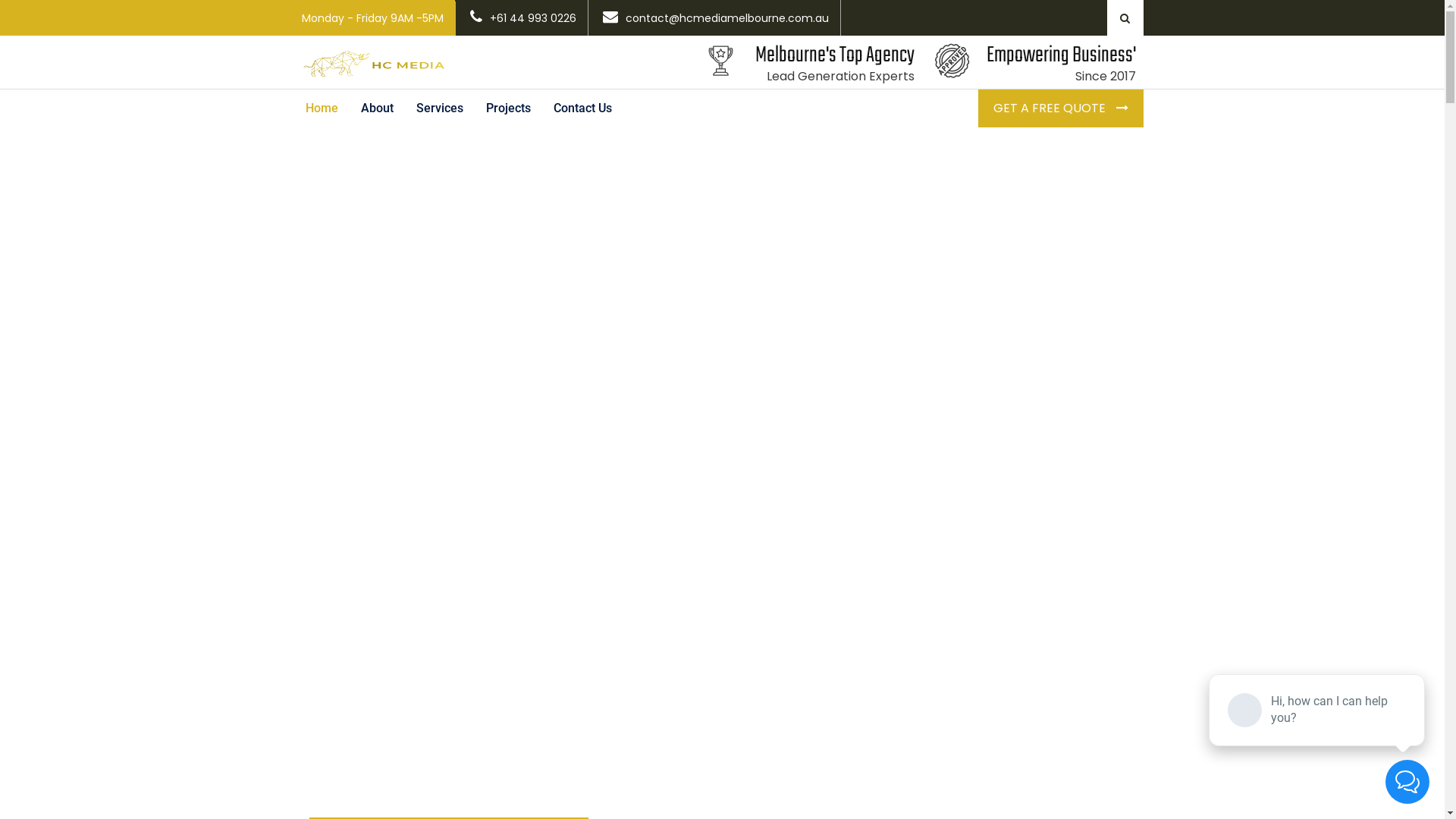  I want to click on 'GET A FREE QUOTE', so click(1059, 107).